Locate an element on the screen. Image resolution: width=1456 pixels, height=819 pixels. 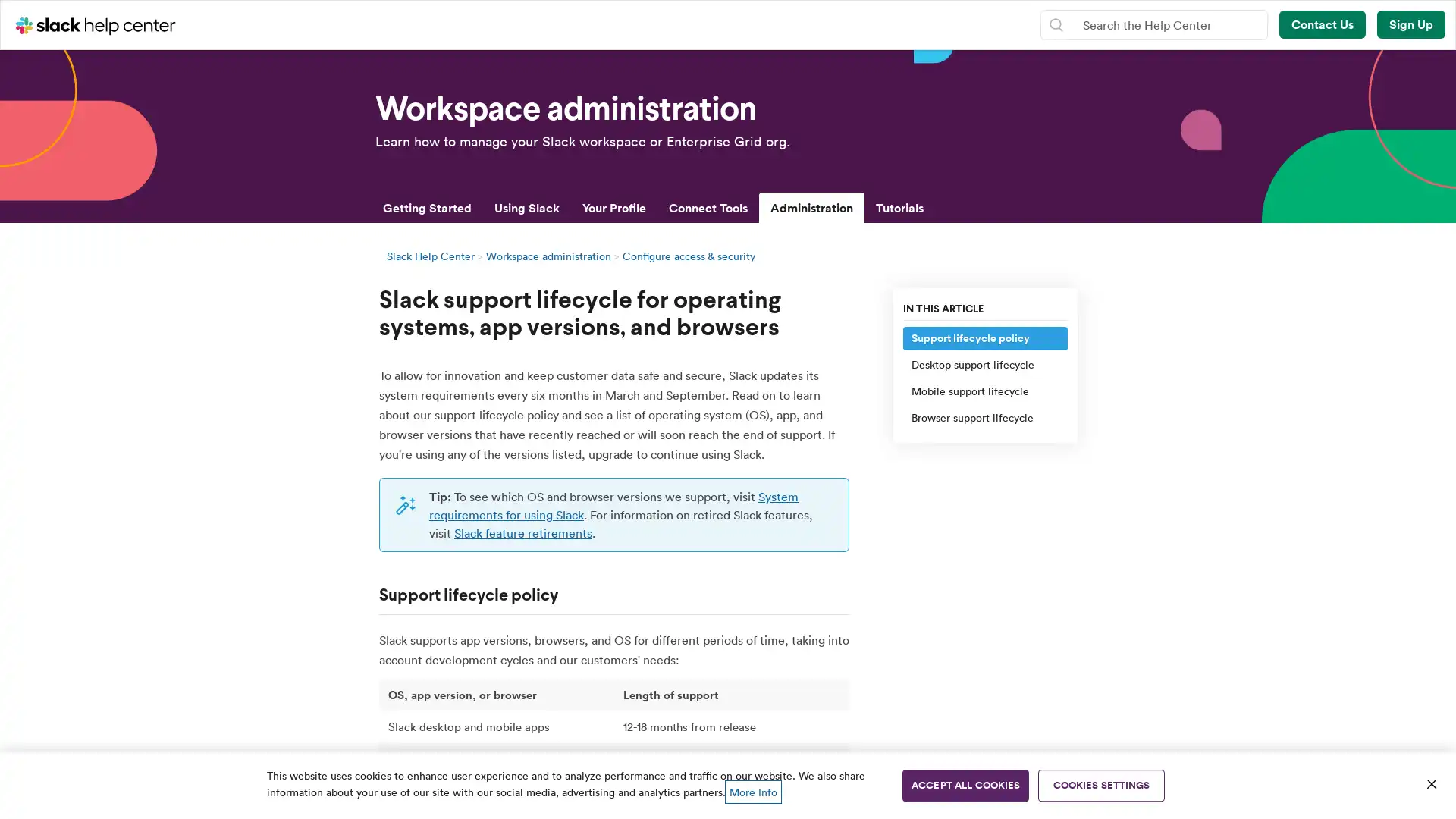
ACCEPT ALL COOKIES is located at coordinates (965, 785).